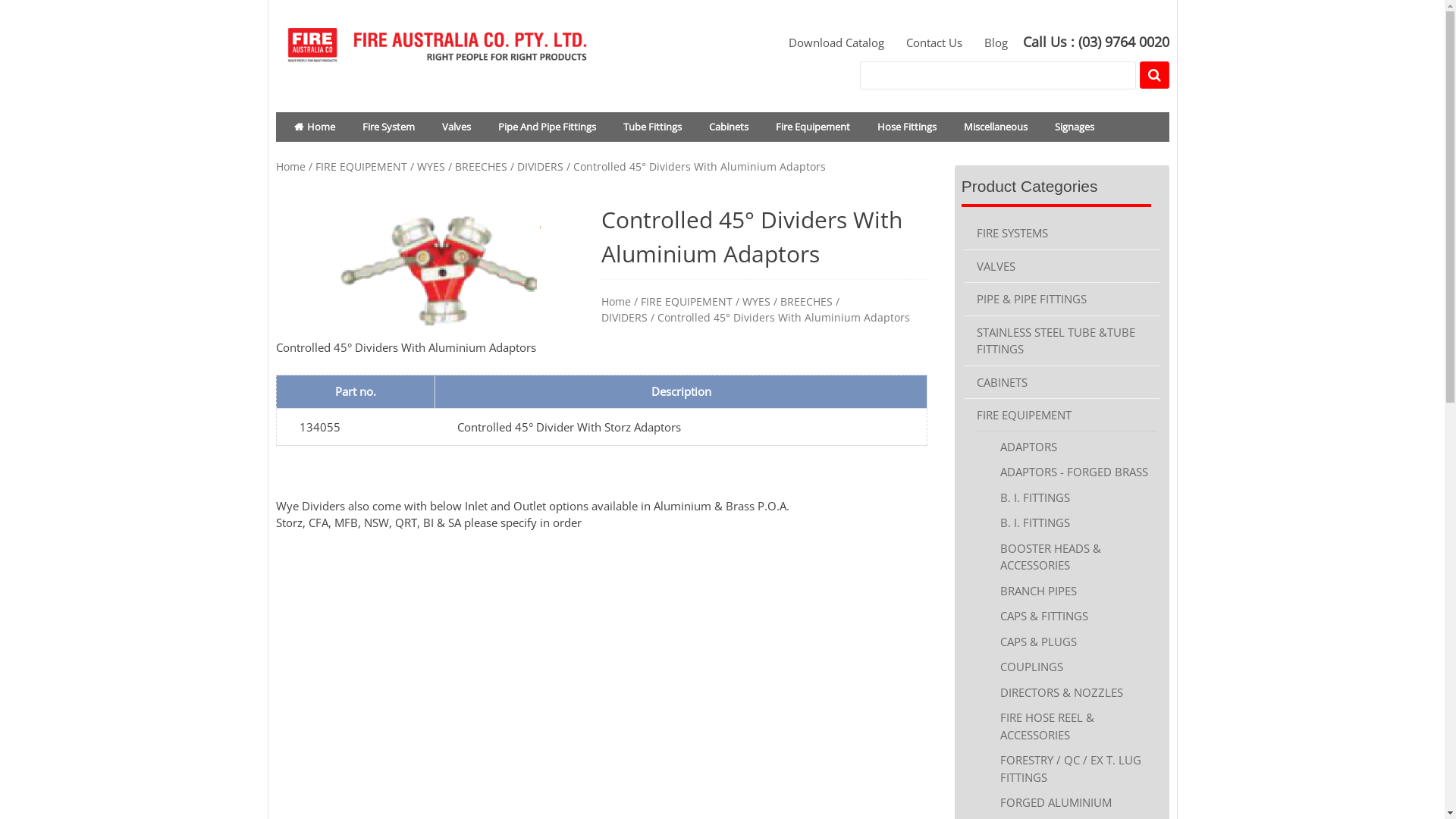  Describe the element at coordinates (1043, 616) in the screenshot. I see `'CAPS & FITTINGS'` at that location.